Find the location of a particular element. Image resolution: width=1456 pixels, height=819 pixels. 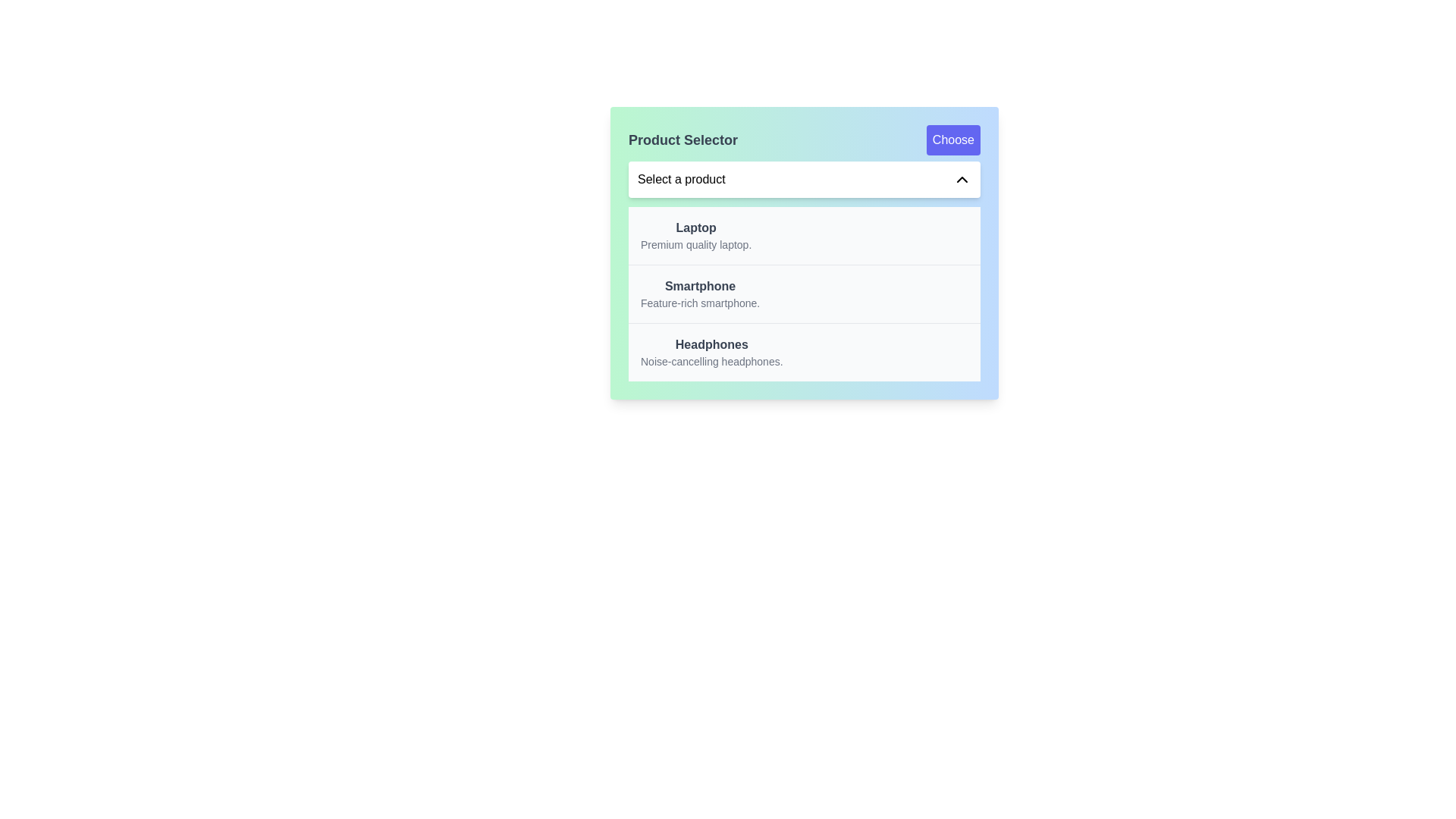

the dropdown menu trigger located below the 'Choose' button in the 'Product Selector' section is located at coordinates (803, 178).